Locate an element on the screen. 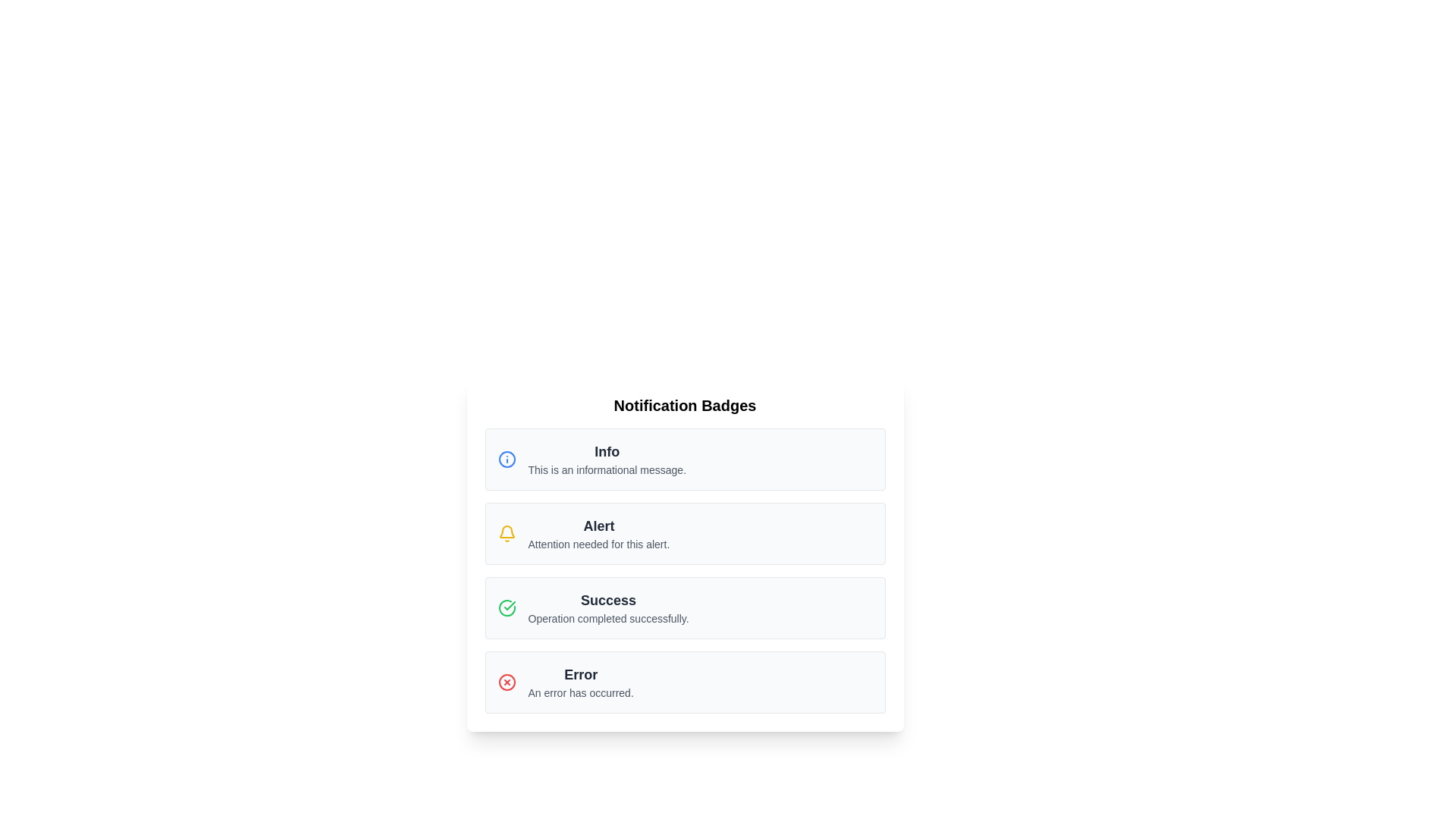 This screenshot has height=819, width=1456. the success feedback text block located within the light gray notification box, which is the third notification in a vertical list of four, positioned between the 'Alert' and 'Error' notifications is located at coordinates (608, 607).